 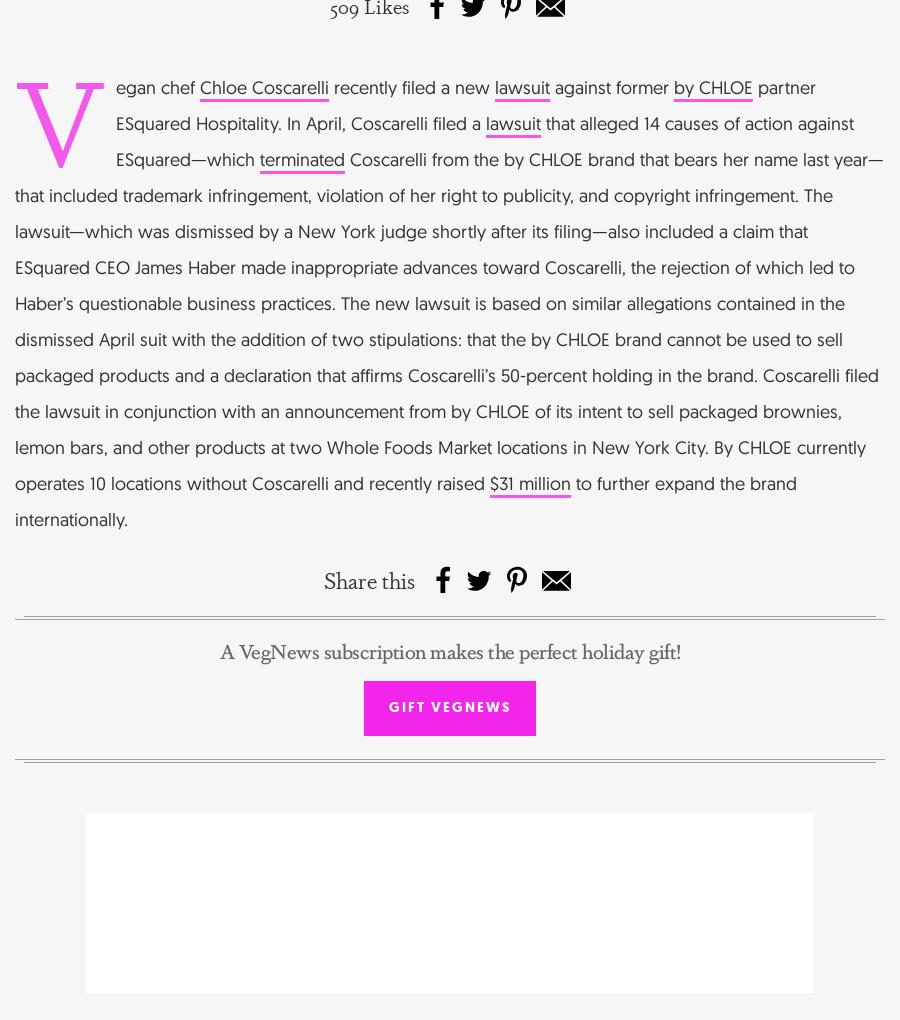 I want to click on '$31 million', so click(x=529, y=482).